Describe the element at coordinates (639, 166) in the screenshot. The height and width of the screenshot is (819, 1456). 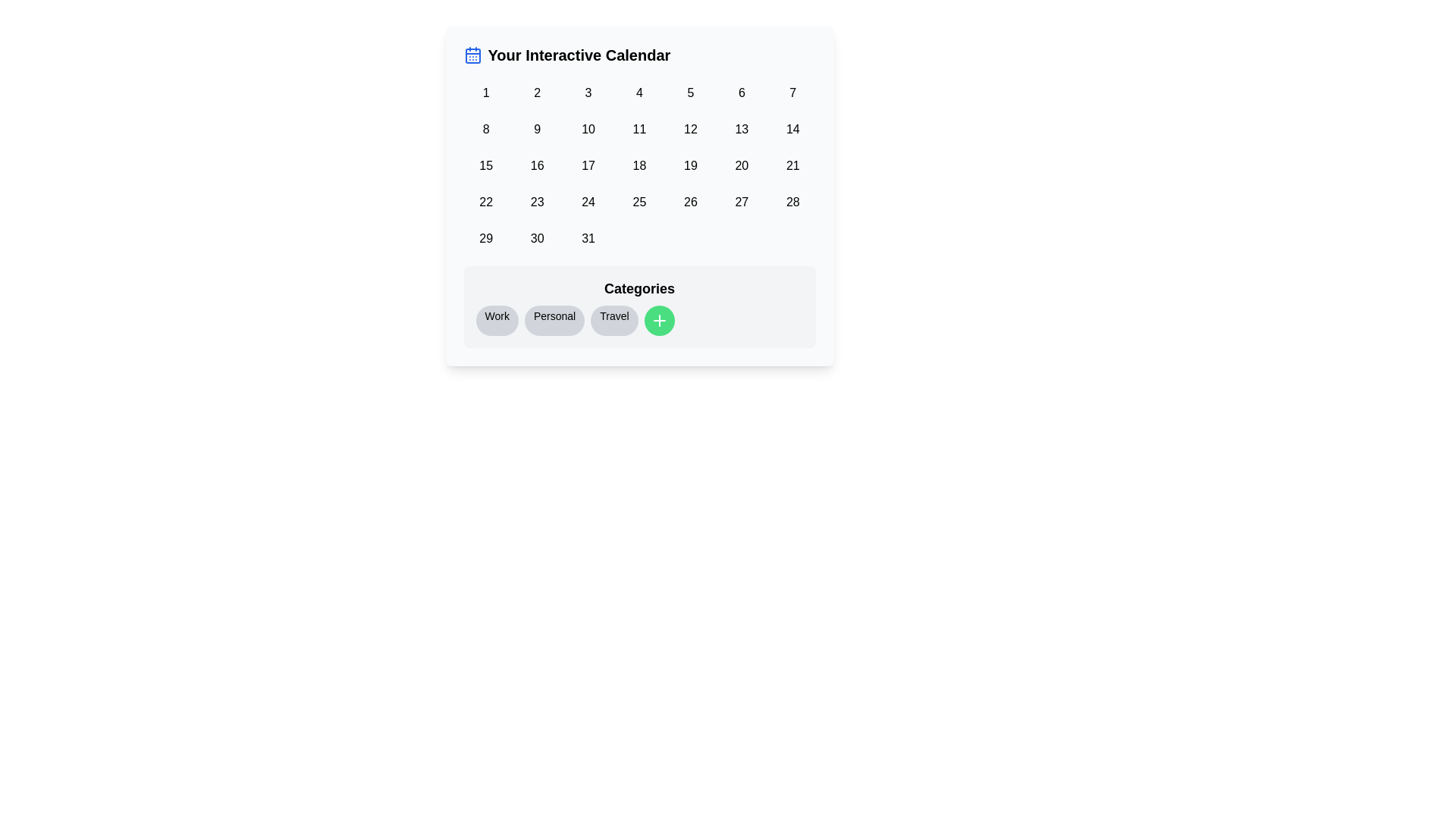
I see `the calendar day button representing the date '18'` at that location.